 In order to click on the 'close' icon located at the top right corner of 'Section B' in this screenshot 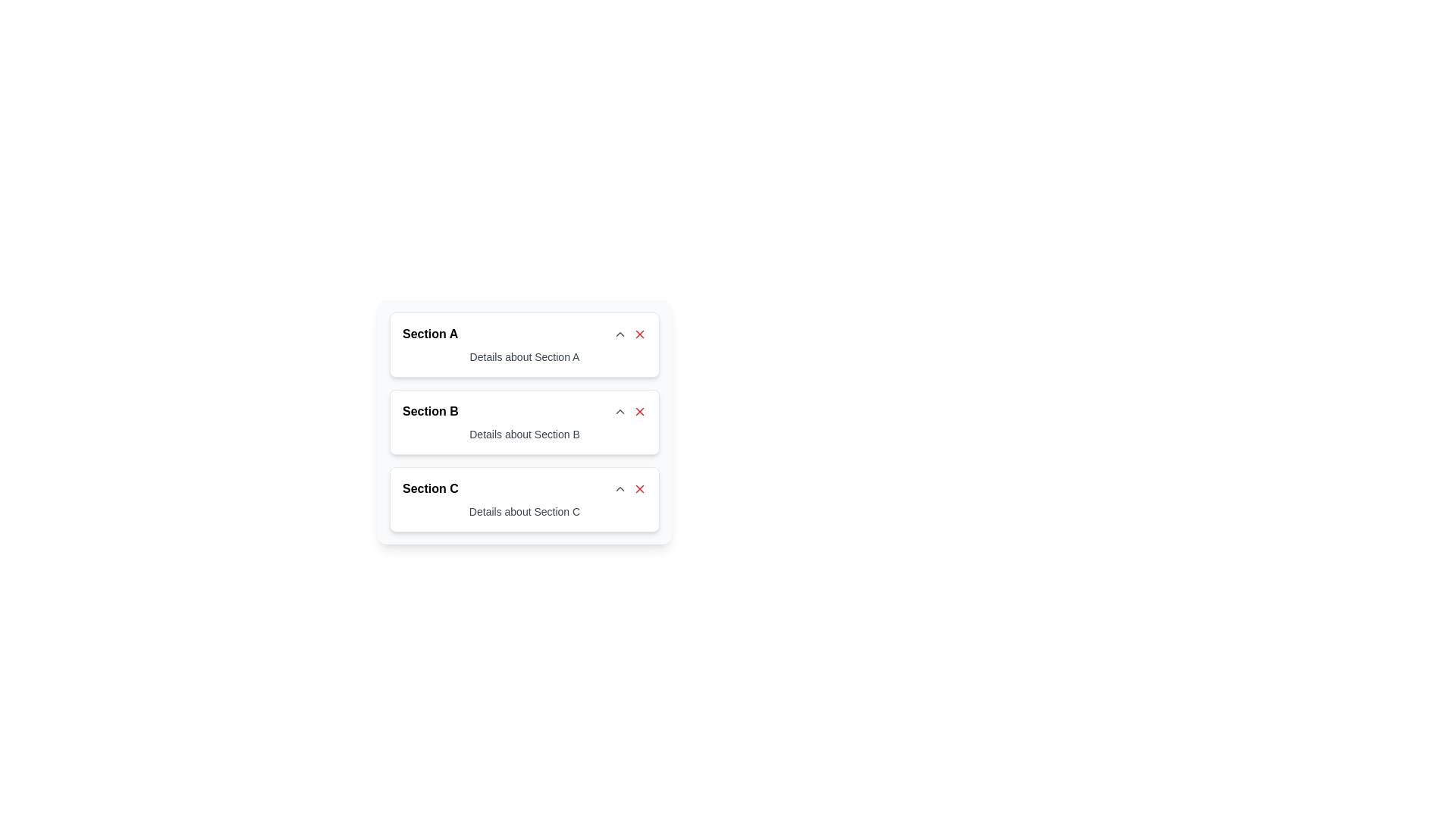, I will do `click(640, 412)`.